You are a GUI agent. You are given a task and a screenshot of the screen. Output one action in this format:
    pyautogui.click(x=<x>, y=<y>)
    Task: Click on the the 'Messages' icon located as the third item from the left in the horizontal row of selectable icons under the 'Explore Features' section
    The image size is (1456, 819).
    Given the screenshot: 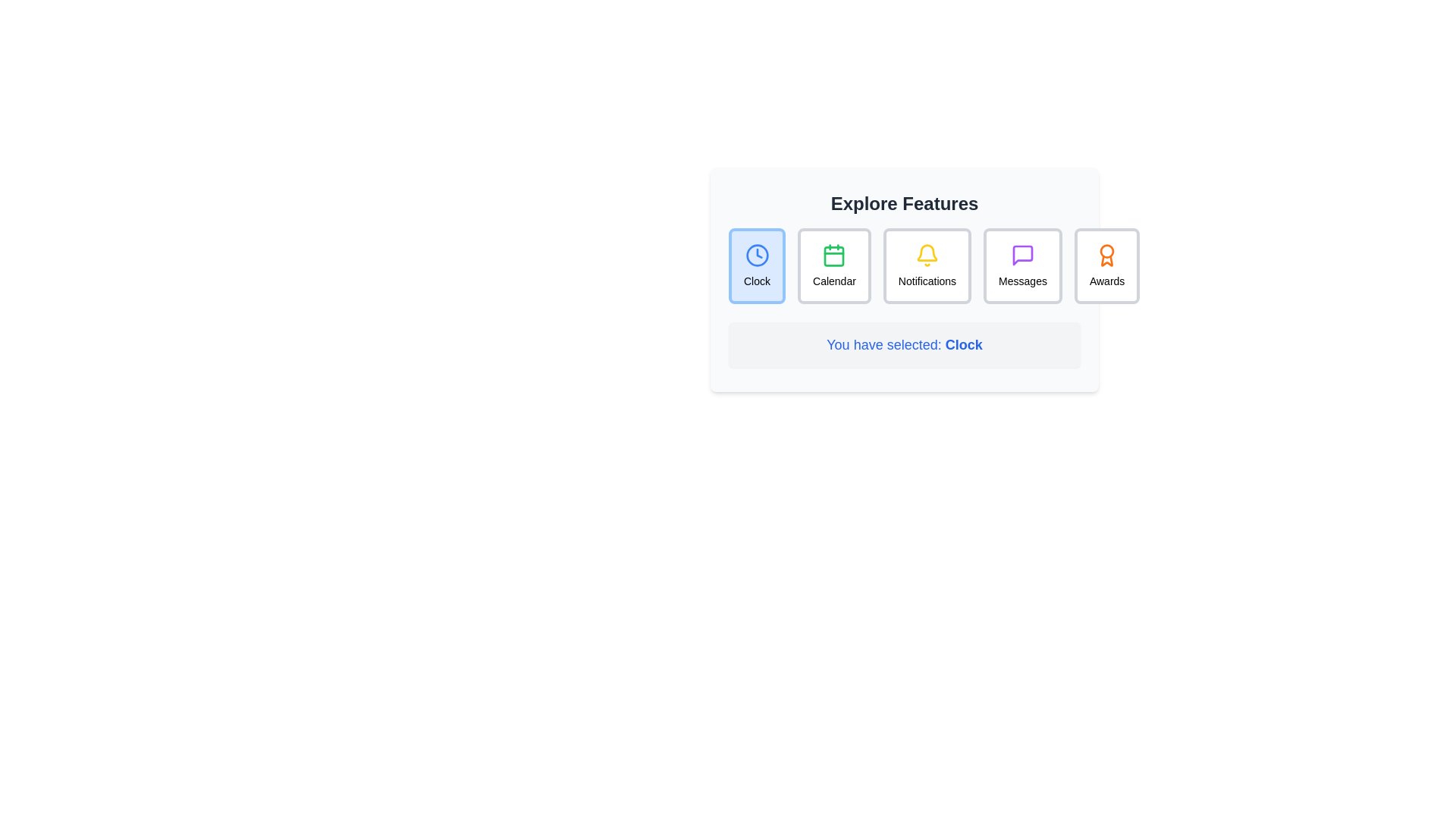 What is the action you would take?
    pyautogui.click(x=1022, y=254)
    